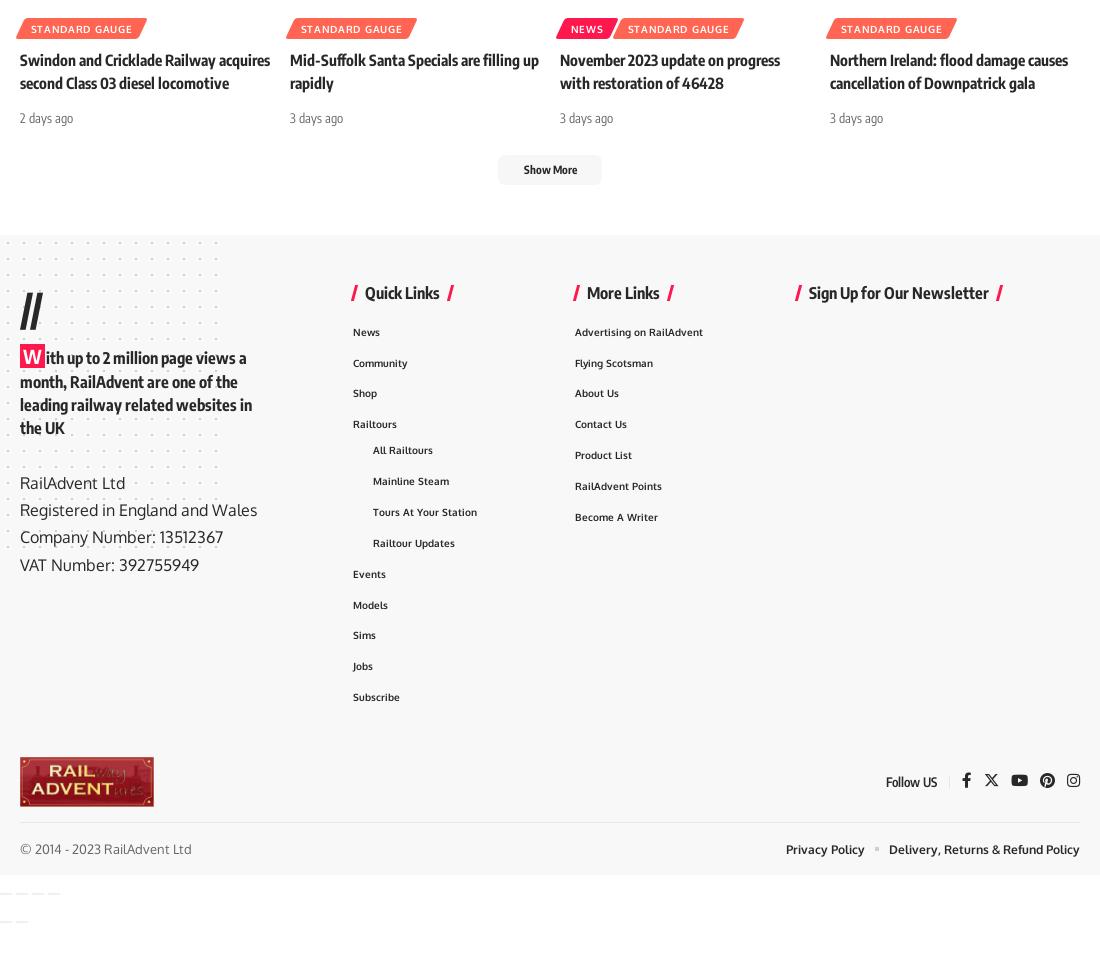  Describe the element at coordinates (137, 547) in the screenshot. I see `'Registered in England and Wales'` at that location.